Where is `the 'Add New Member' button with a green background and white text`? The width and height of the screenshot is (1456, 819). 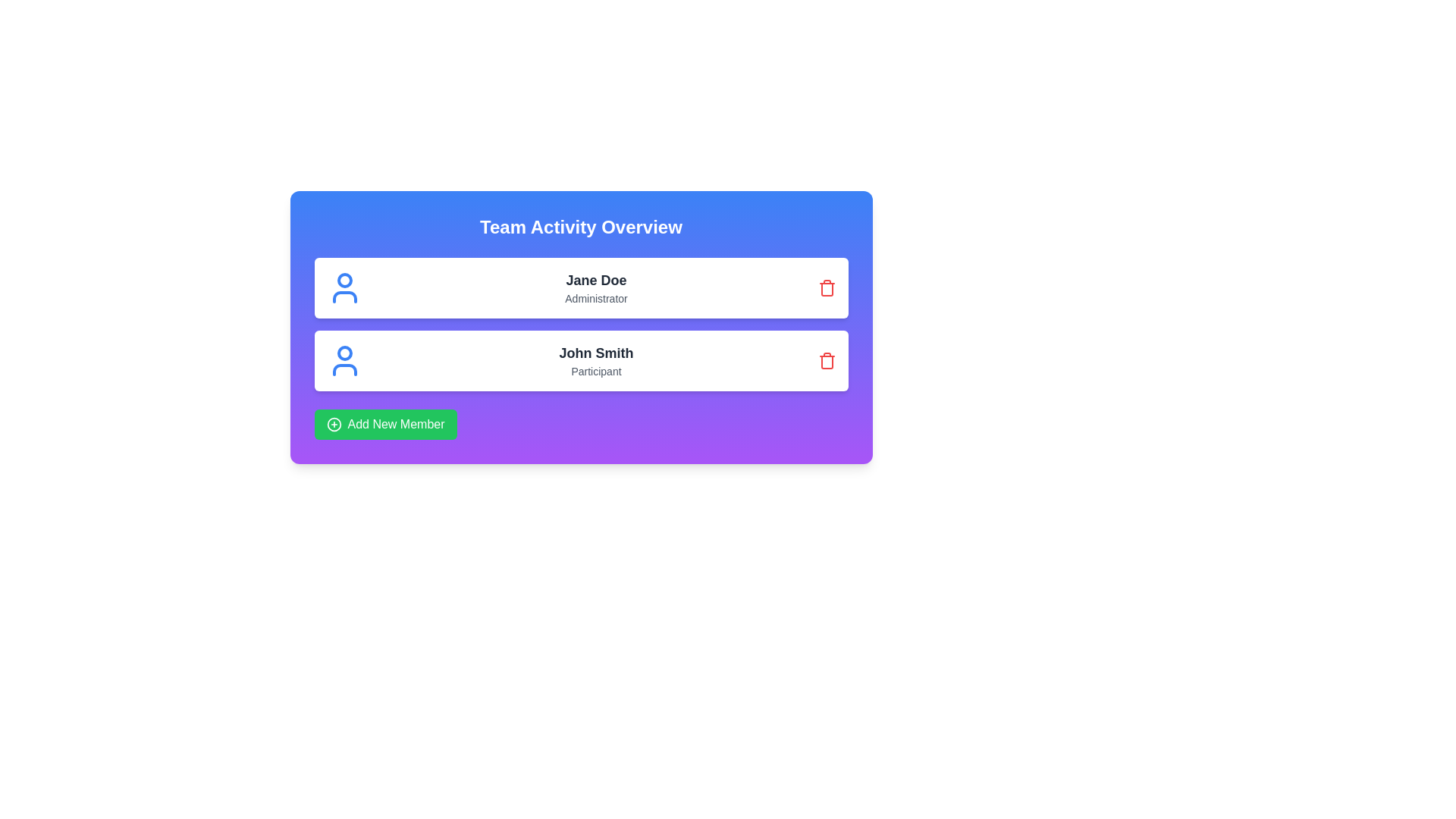 the 'Add New Member' button with a green background and white text is located at coordinates (385, 424).